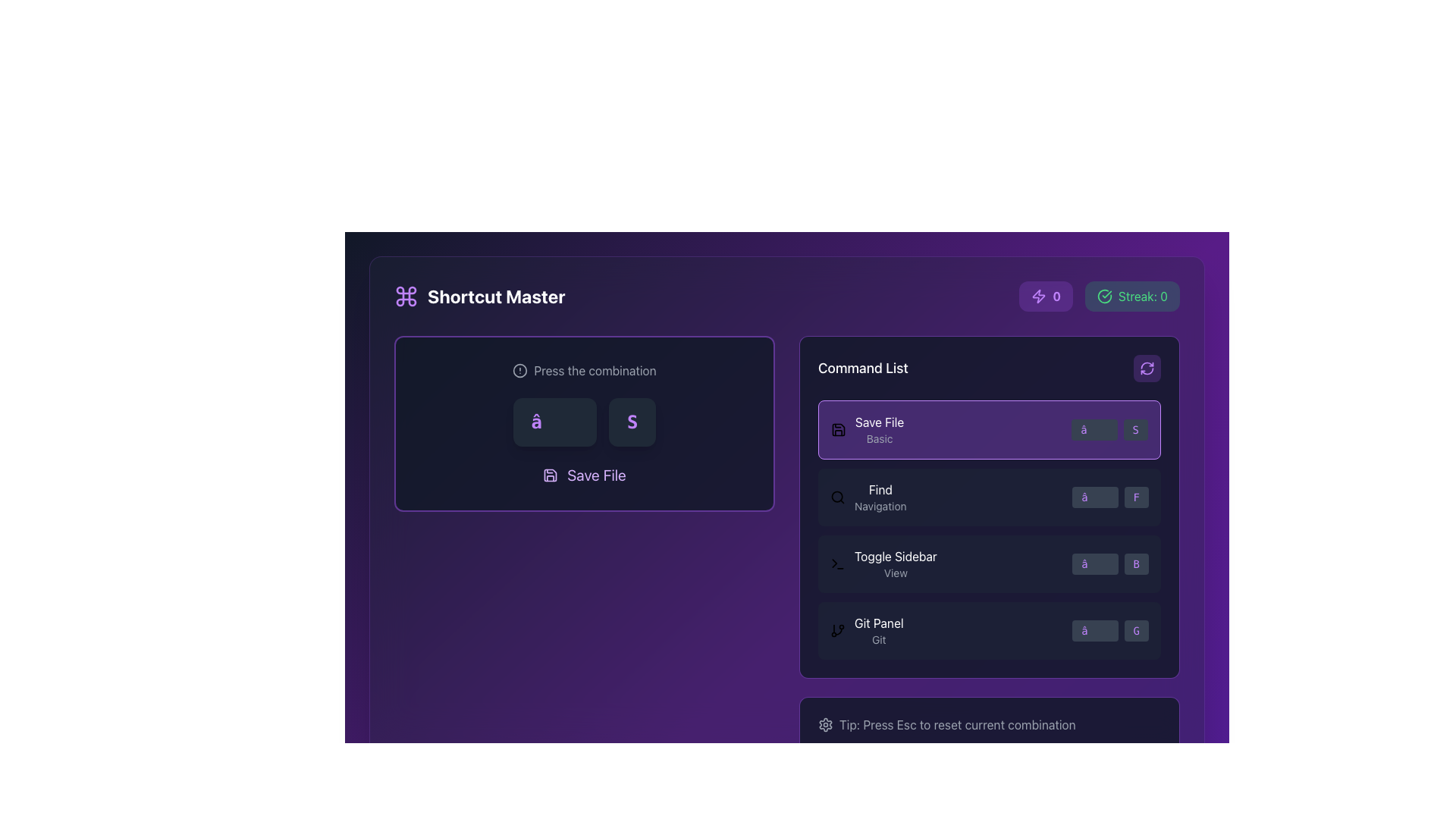 The width and height of the screenshot is (1456, 819). I want to click on the Text Label indicating the function to toggle the visibility of the sidebar, which is the third item in the 'Command List' section on the right panel, so click(896, 556).